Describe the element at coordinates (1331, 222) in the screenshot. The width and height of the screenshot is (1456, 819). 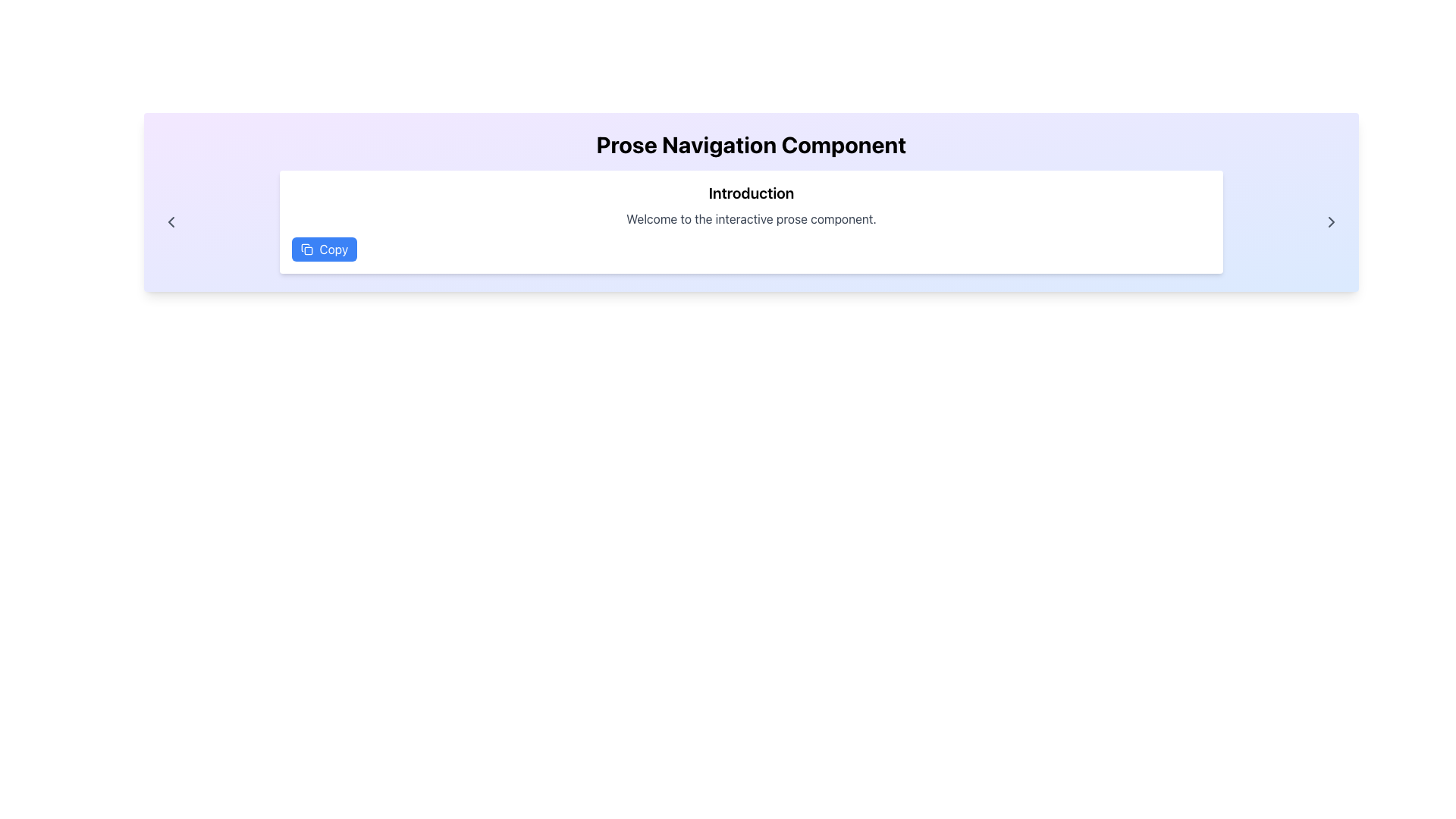
I see `the navigation button located at the rightmost edge of the top section of the interface to proceed to the next page` at that location.